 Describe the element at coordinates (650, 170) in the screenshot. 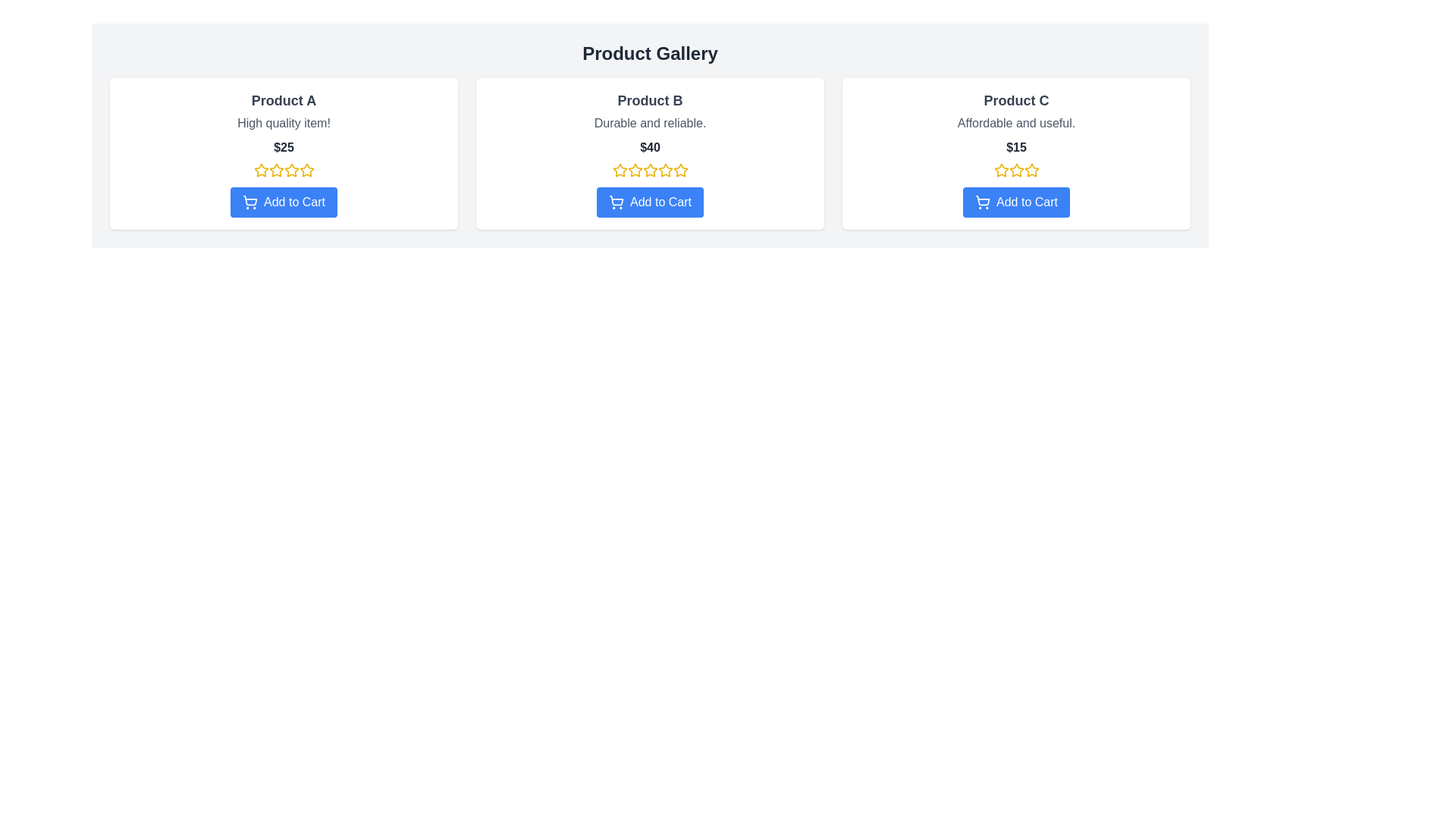

I see `the second star in the star rating icon` at that location.